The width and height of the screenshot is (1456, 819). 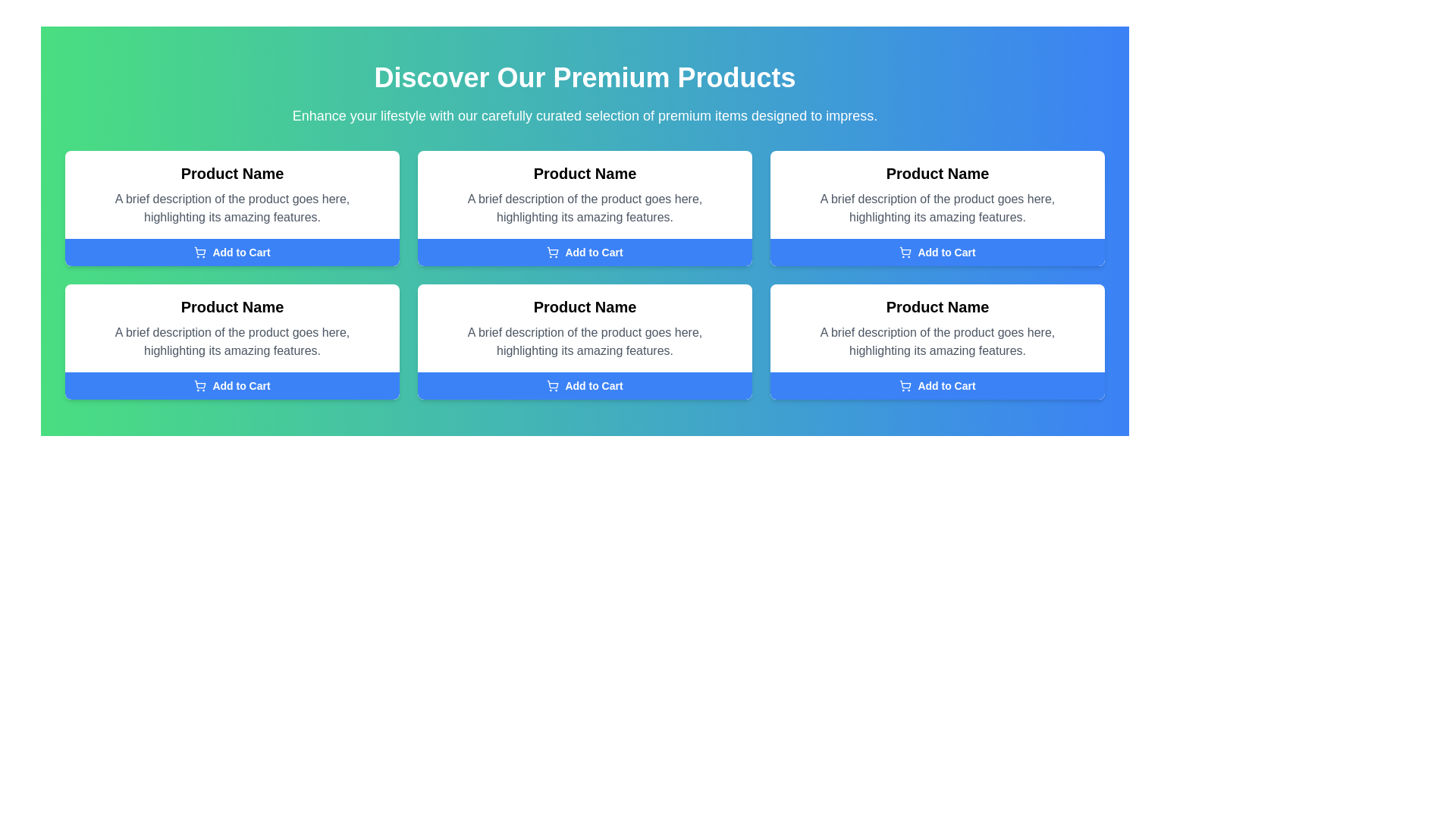 What do you see at coordinates (552, 251) in the screenshot?
I see `the shopping cart icon located inside the 'Add to Cart' button of the third product card in the top row` at bounding box center [552, 251].